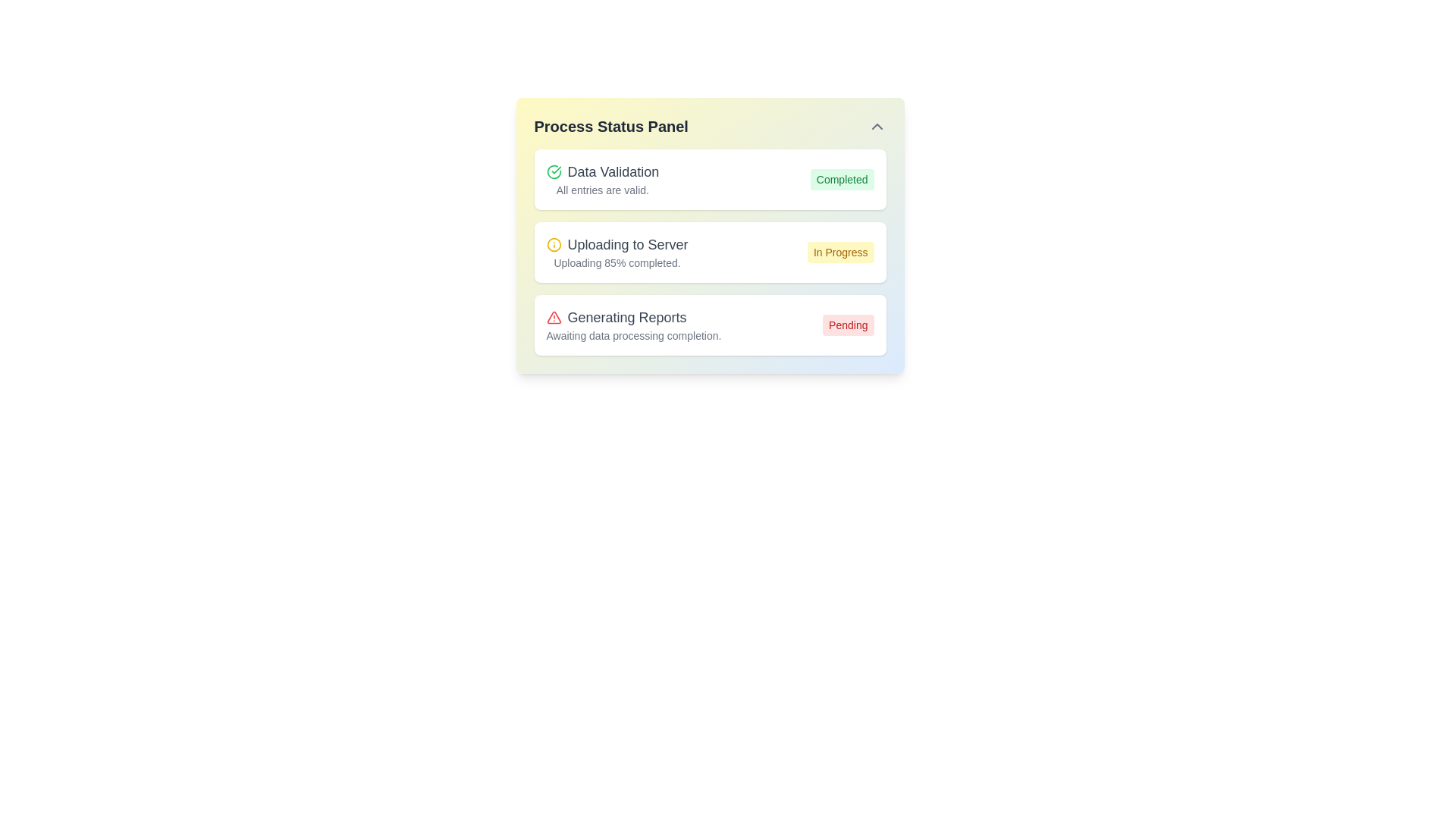  Describe the element at coordinates (709, 236) in the screenshot. I see `the A status display card in the Process Status Panel` at that location.